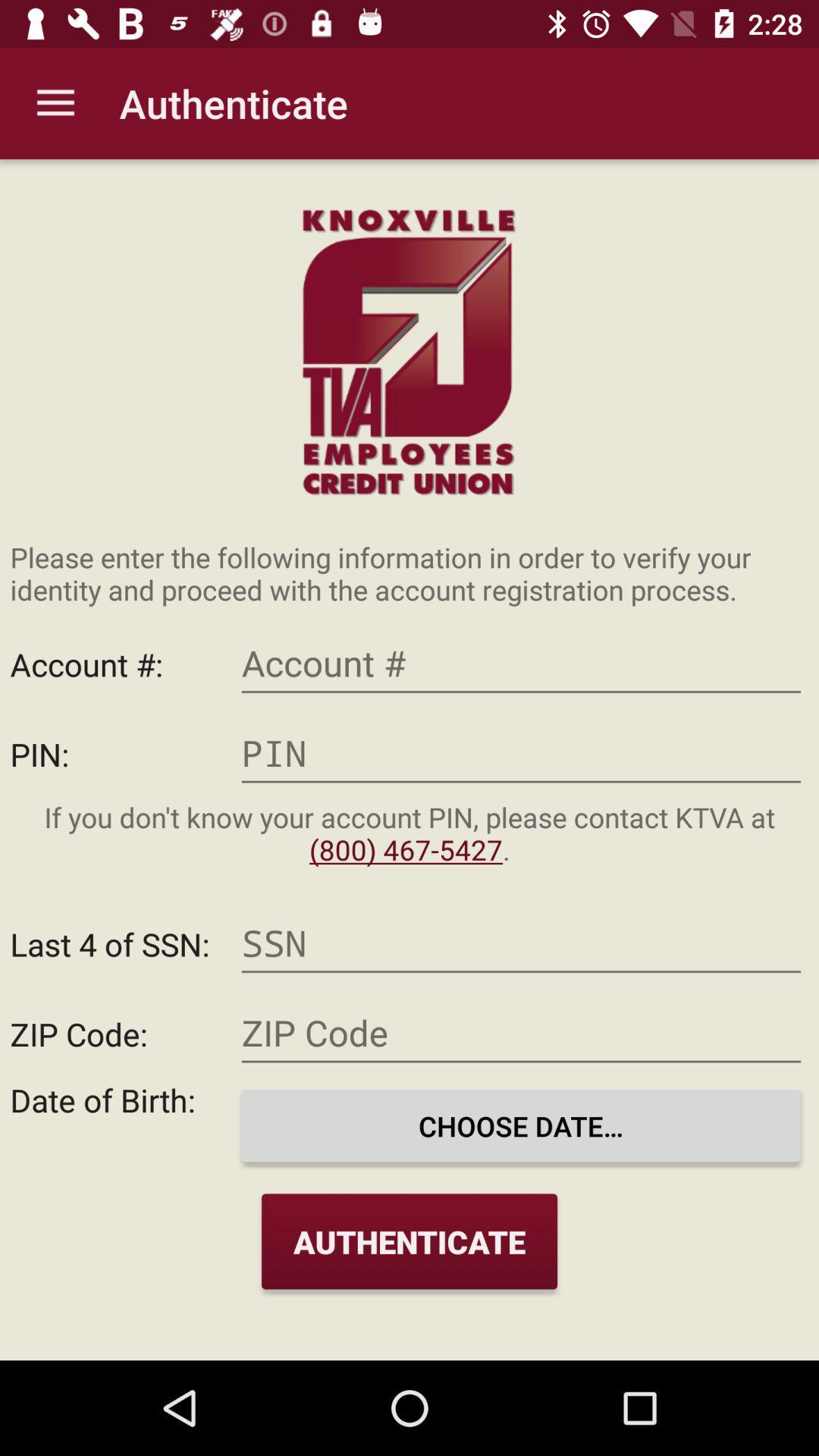 This screenshot has width=819, height=1456. What do you see at coordinates (520, 753) in the screenshot?
I see `go back` at bounding box center [520, 753].